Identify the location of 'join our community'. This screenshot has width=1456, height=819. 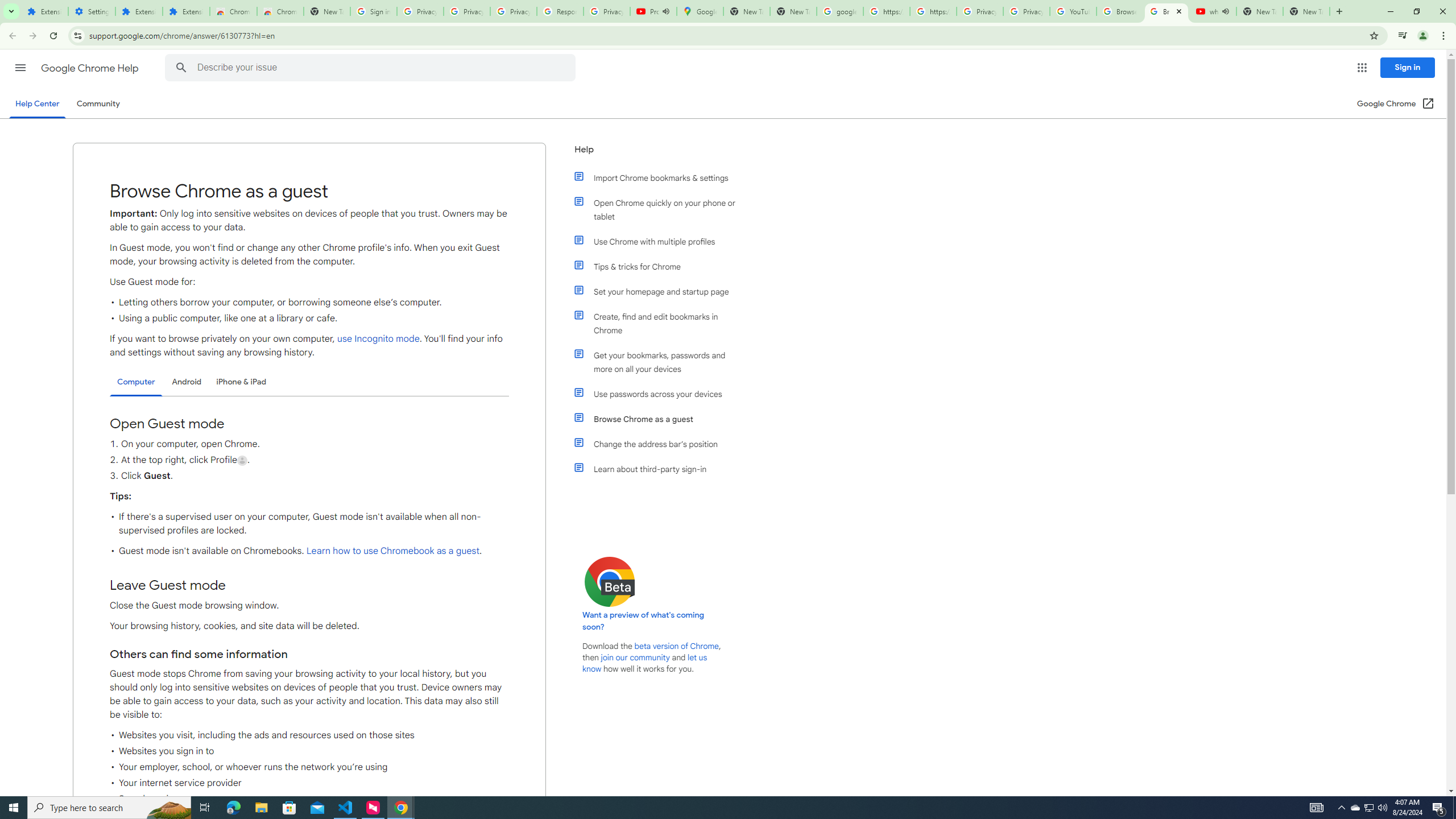
(635, 657).